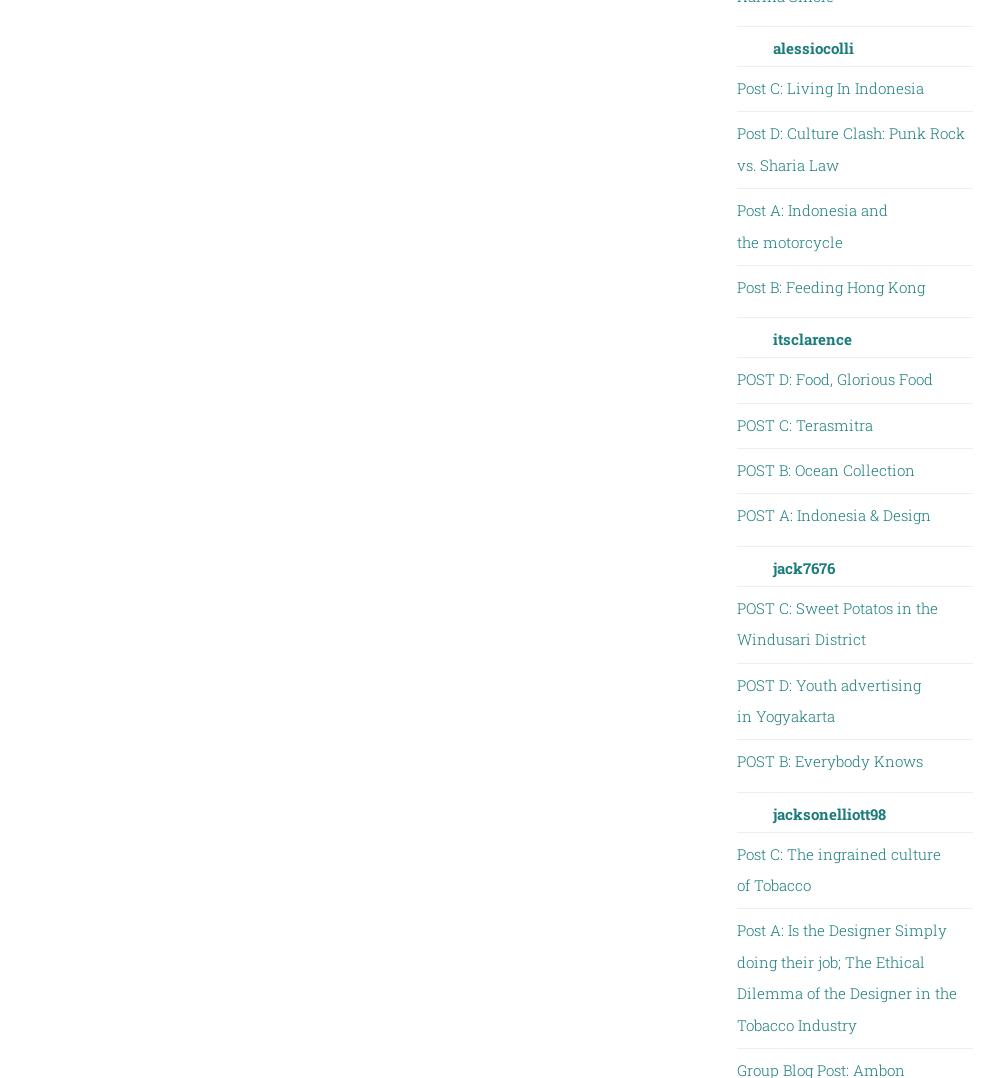  Describe the element at coordinates (735, 514) in the screenshot. I see `'POST A: Indonesia & Design'` at that location.